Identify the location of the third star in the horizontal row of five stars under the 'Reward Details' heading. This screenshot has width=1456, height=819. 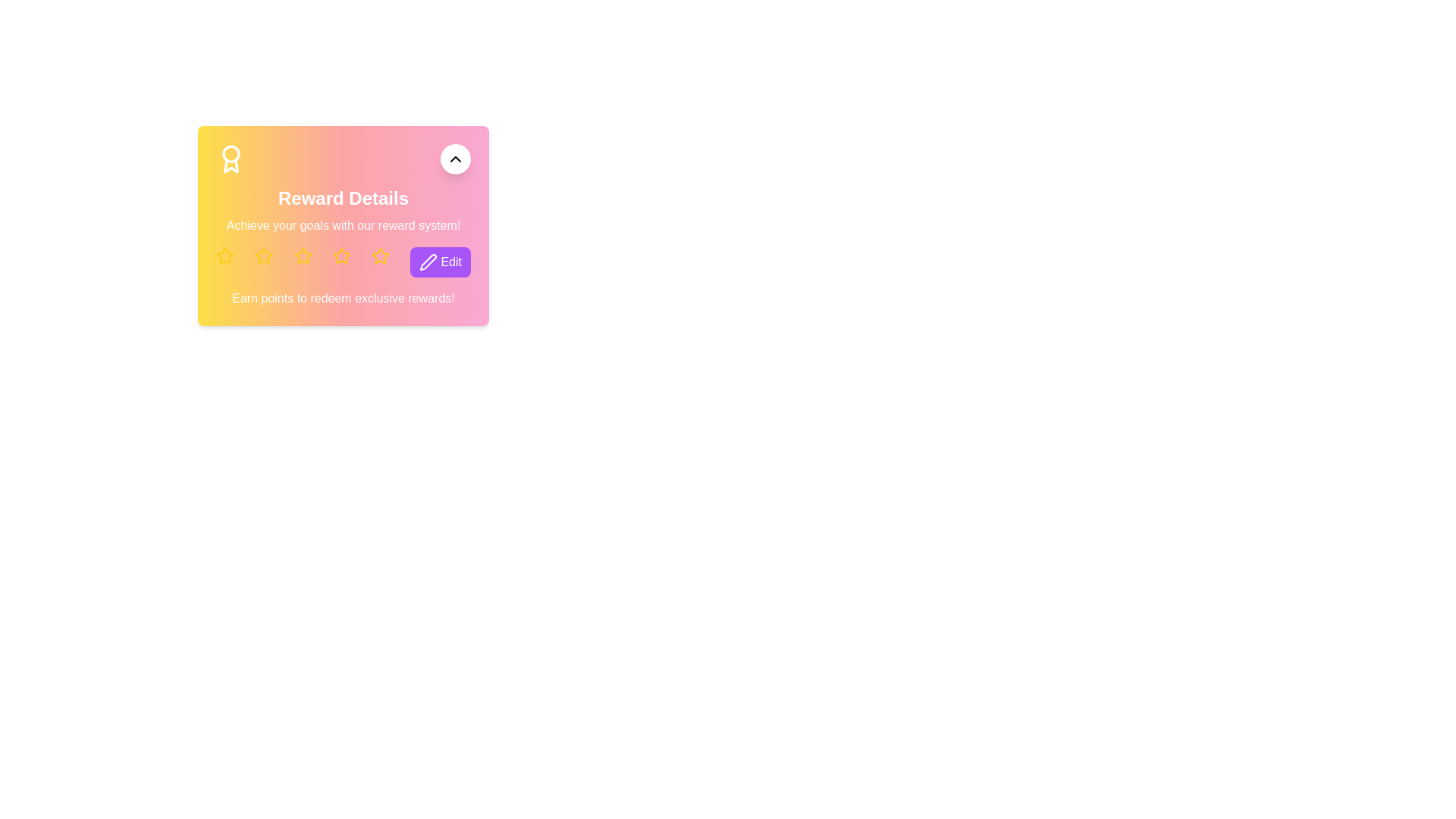
(303, 255).